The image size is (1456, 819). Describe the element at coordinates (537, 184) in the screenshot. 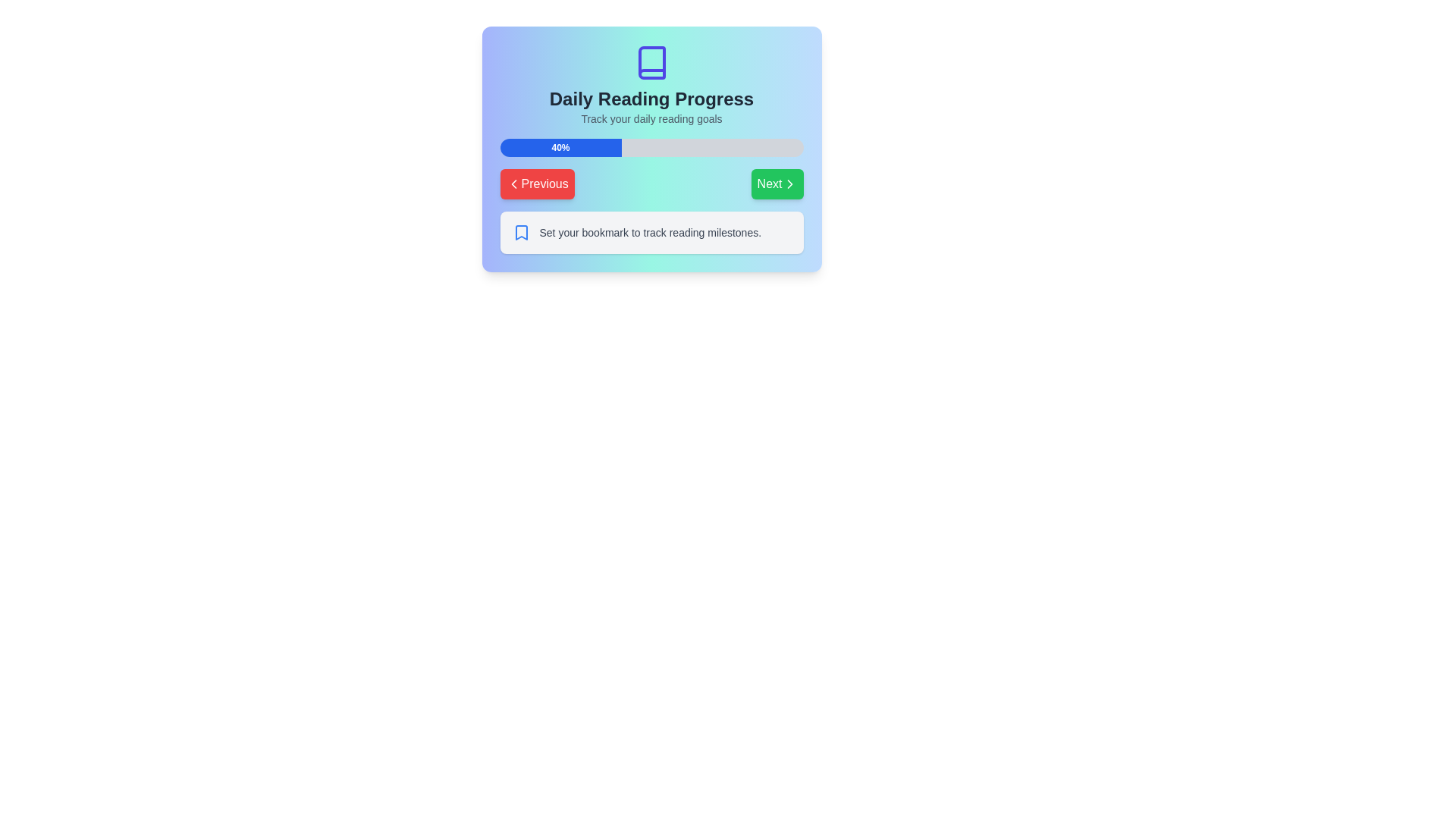

I see `the interactive button located on the left side of the layout, which navigates to the previous item or section in a sequence` at that location.